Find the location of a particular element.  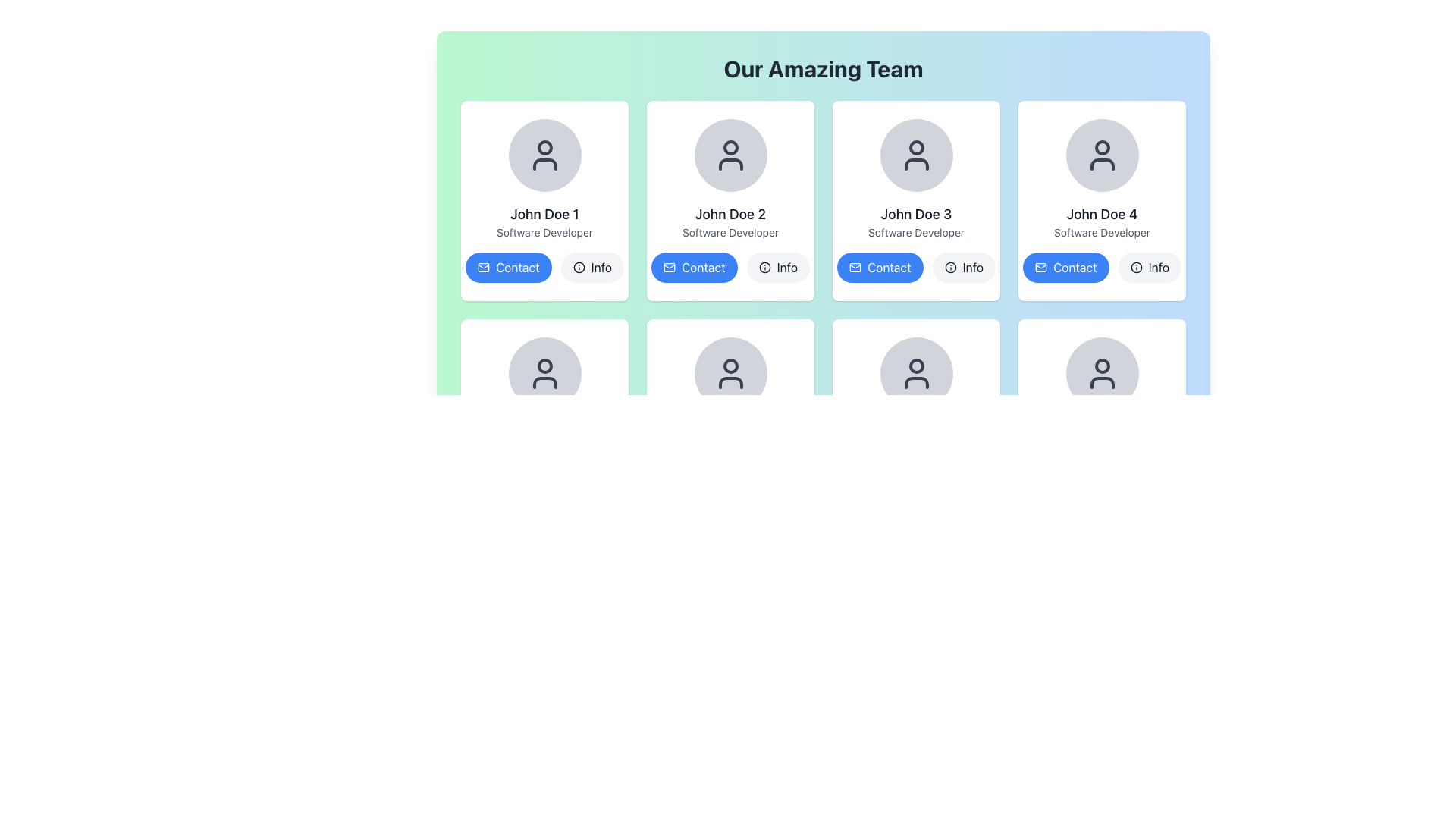

the avatar element located in the second row under the 'Our Amazing Team' heading, in the fourth column, between the 'John Doe 4' profile card and the next row is located at coordinates (1102, 374).